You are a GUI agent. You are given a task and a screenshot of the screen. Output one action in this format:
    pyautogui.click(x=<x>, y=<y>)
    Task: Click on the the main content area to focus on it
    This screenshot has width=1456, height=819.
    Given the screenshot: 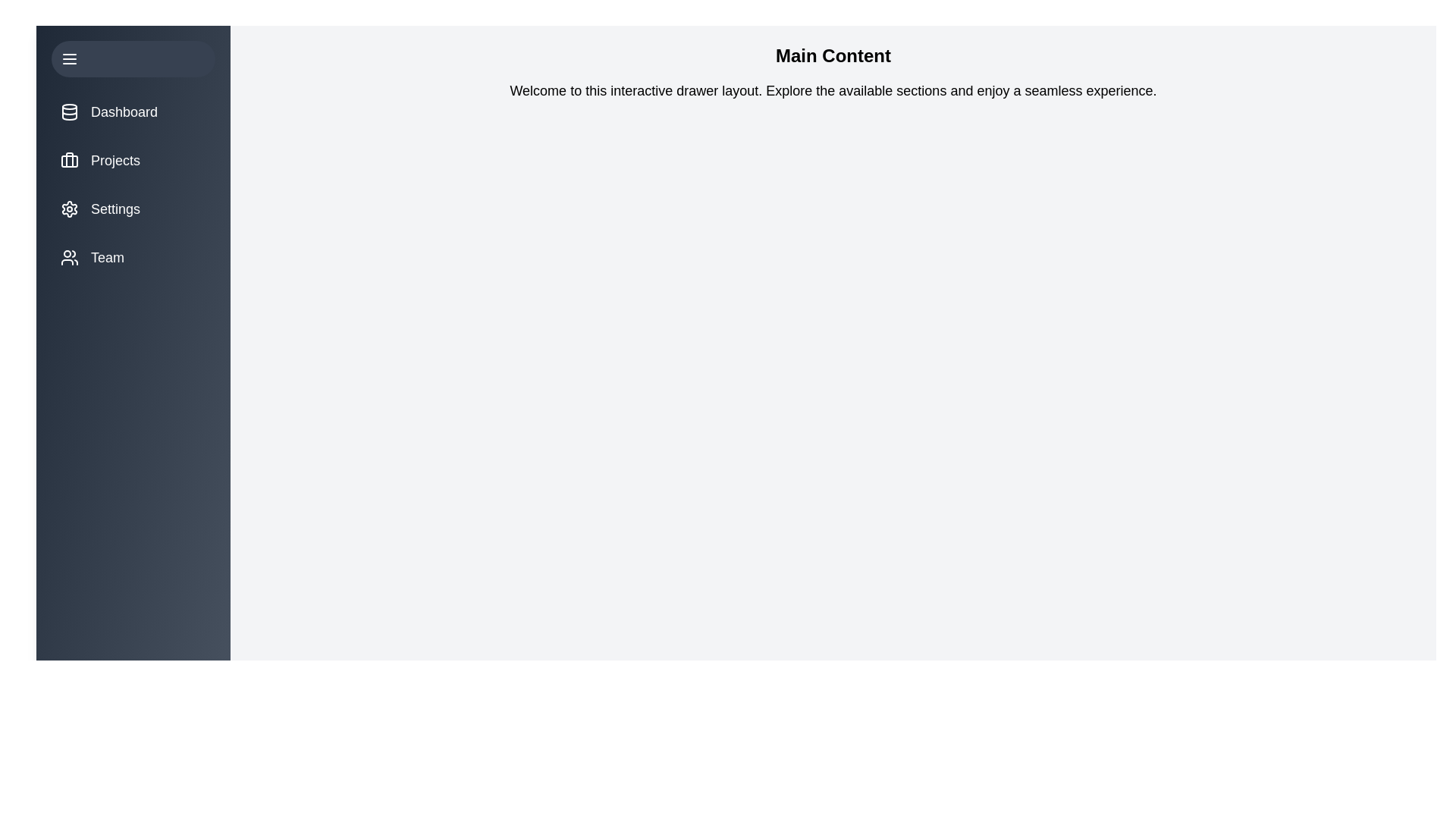 What is the action you would take?
    pyautogui.click(x=833, y=435)
    